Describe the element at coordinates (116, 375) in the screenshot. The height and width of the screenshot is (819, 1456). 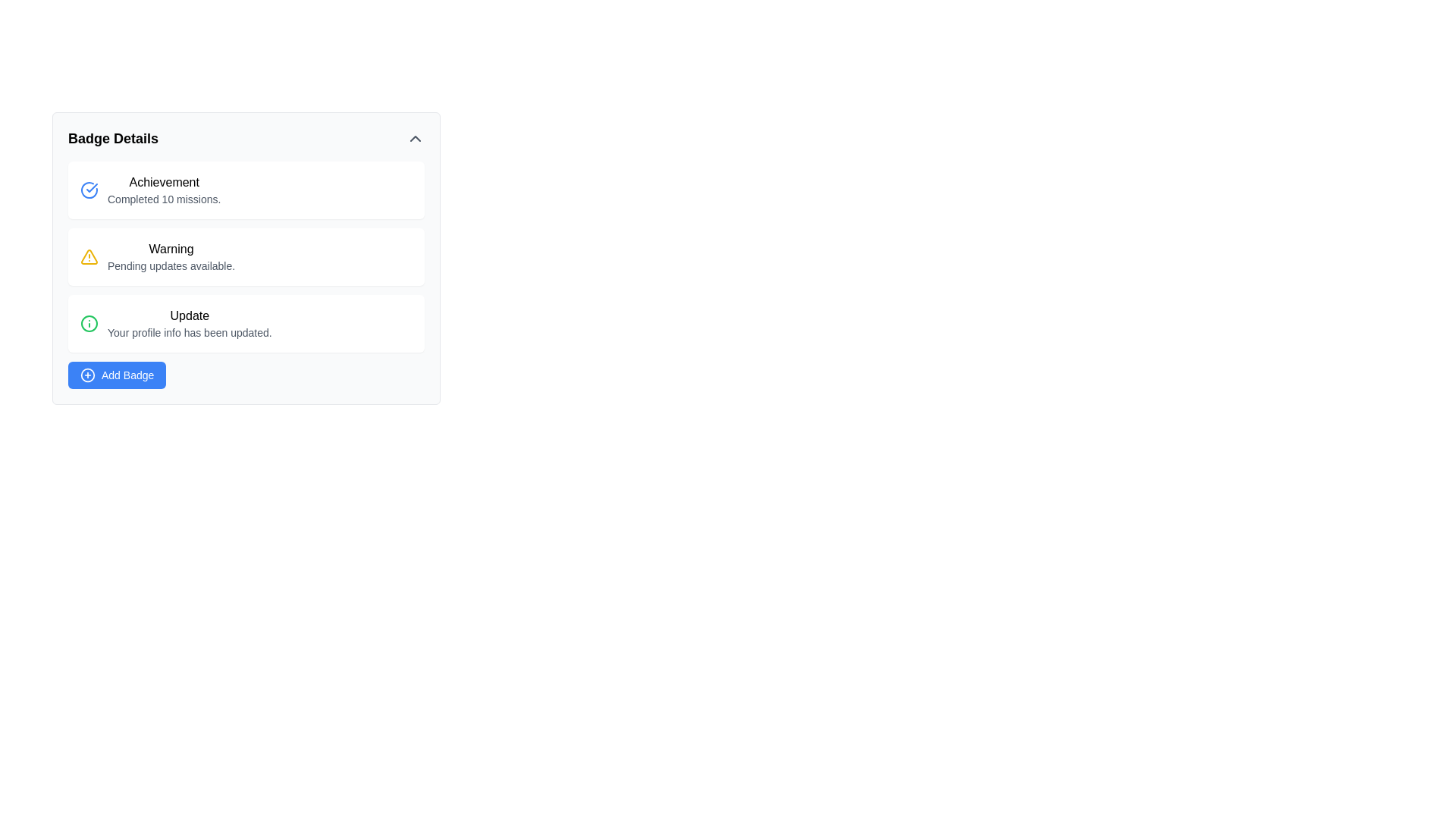
I see `the 'Add Badge' button, which has a blue background, white text, and a plus icon, located at the bottom of the 'Badge Details' group of cards` at that location.